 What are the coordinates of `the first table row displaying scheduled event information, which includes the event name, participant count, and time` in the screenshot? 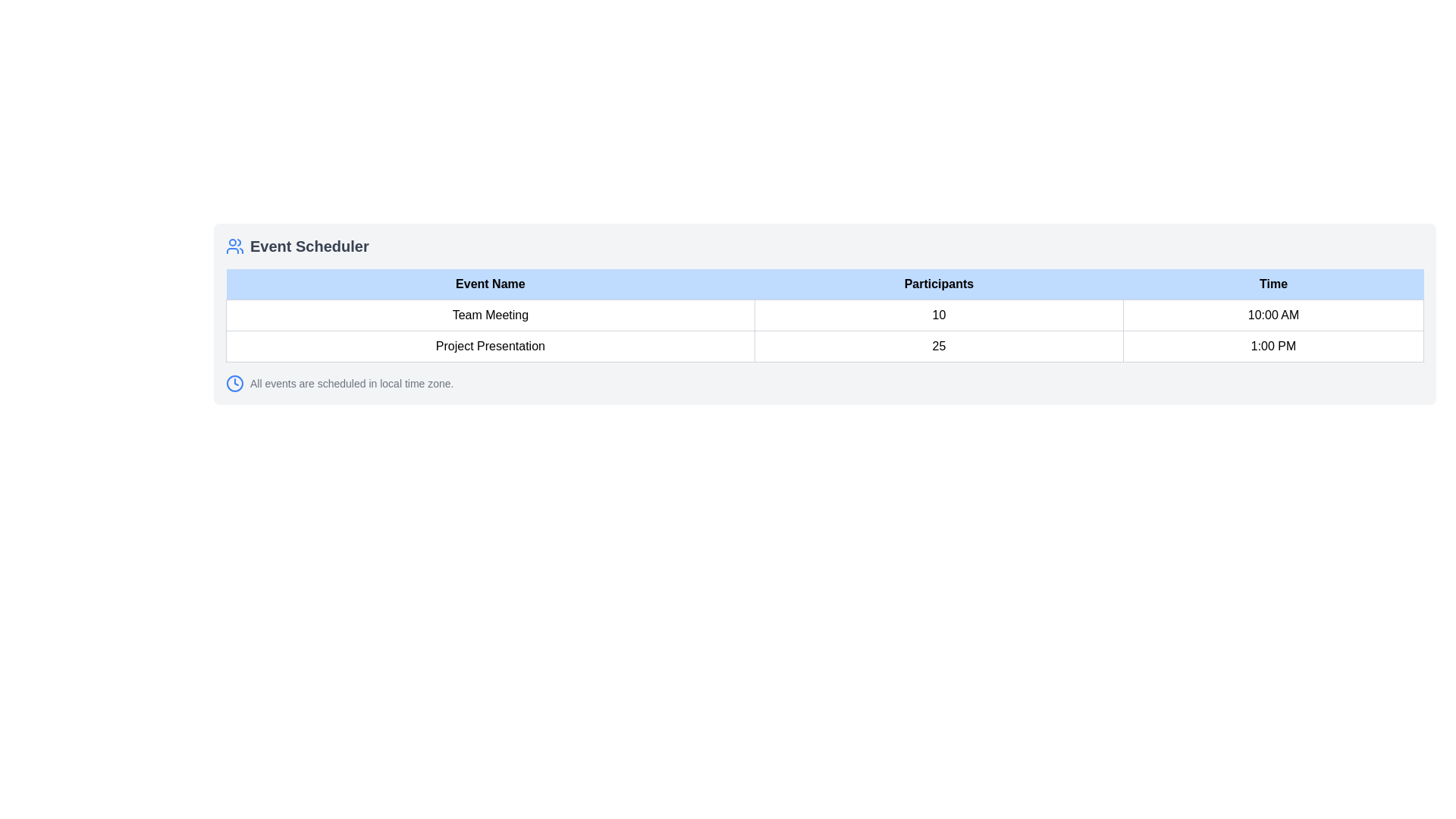 It's located at (824, 330).